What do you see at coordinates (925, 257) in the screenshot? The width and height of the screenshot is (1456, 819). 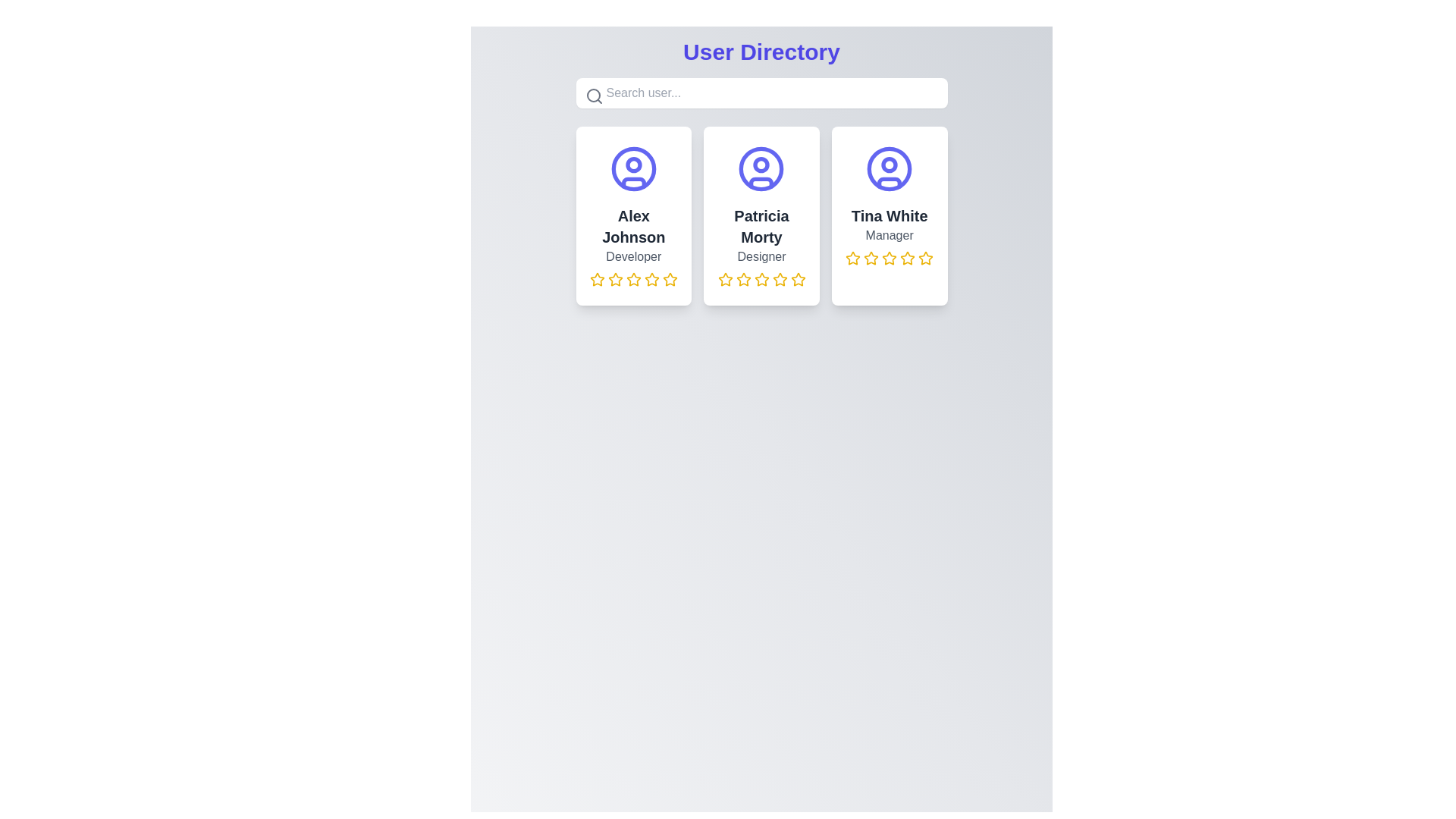 I see `the fifth star icon in the rating component` at bounding box center [925, 257].